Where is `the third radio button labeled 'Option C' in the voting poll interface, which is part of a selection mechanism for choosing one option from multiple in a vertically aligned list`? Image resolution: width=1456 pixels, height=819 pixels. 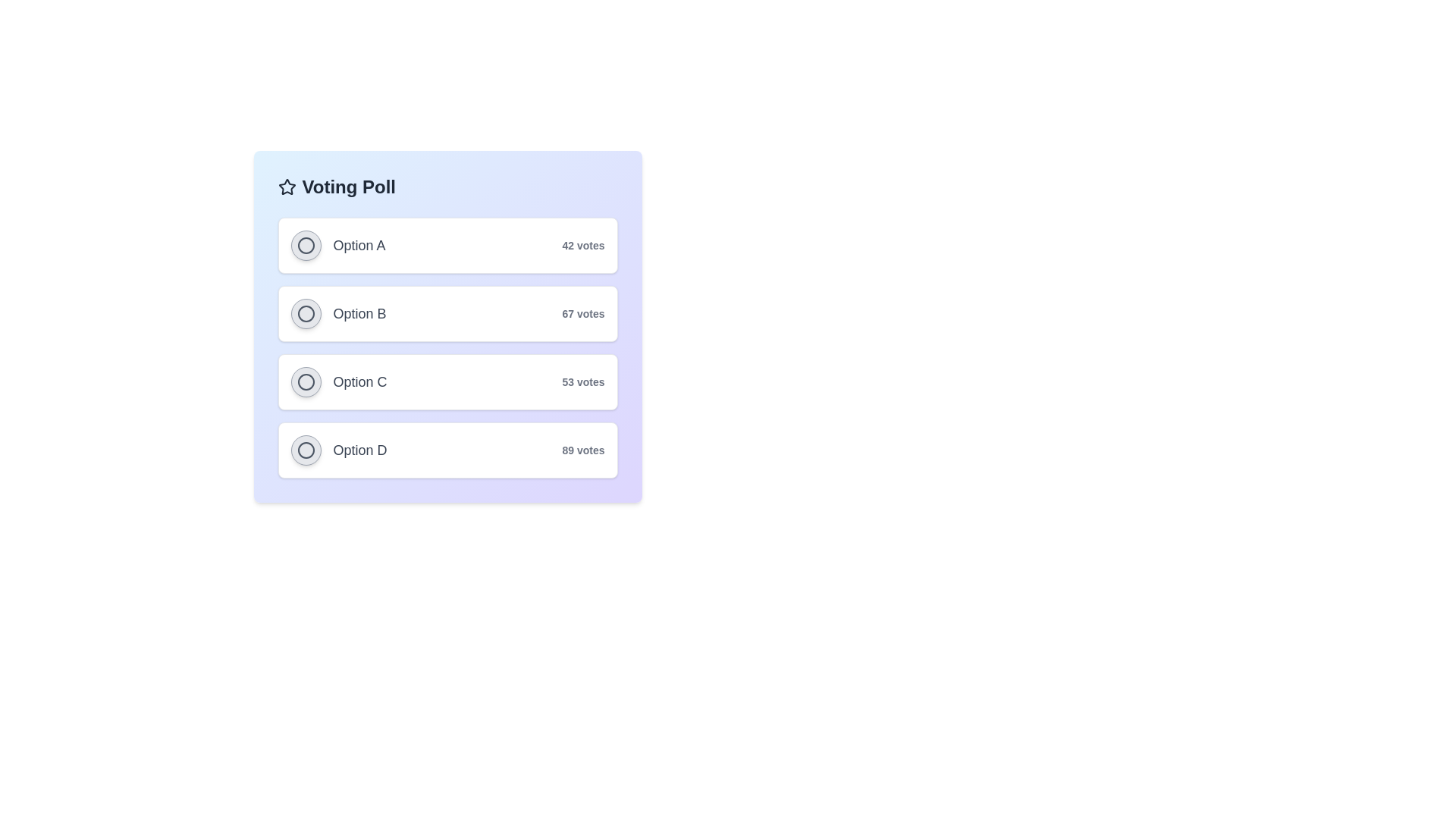
the third radio button labeled 'Option C' in the voting poll interface, which is part of a selection mechanism for choosing one option from multiple in a vertically aligned list is located at coordinates (305, 381).